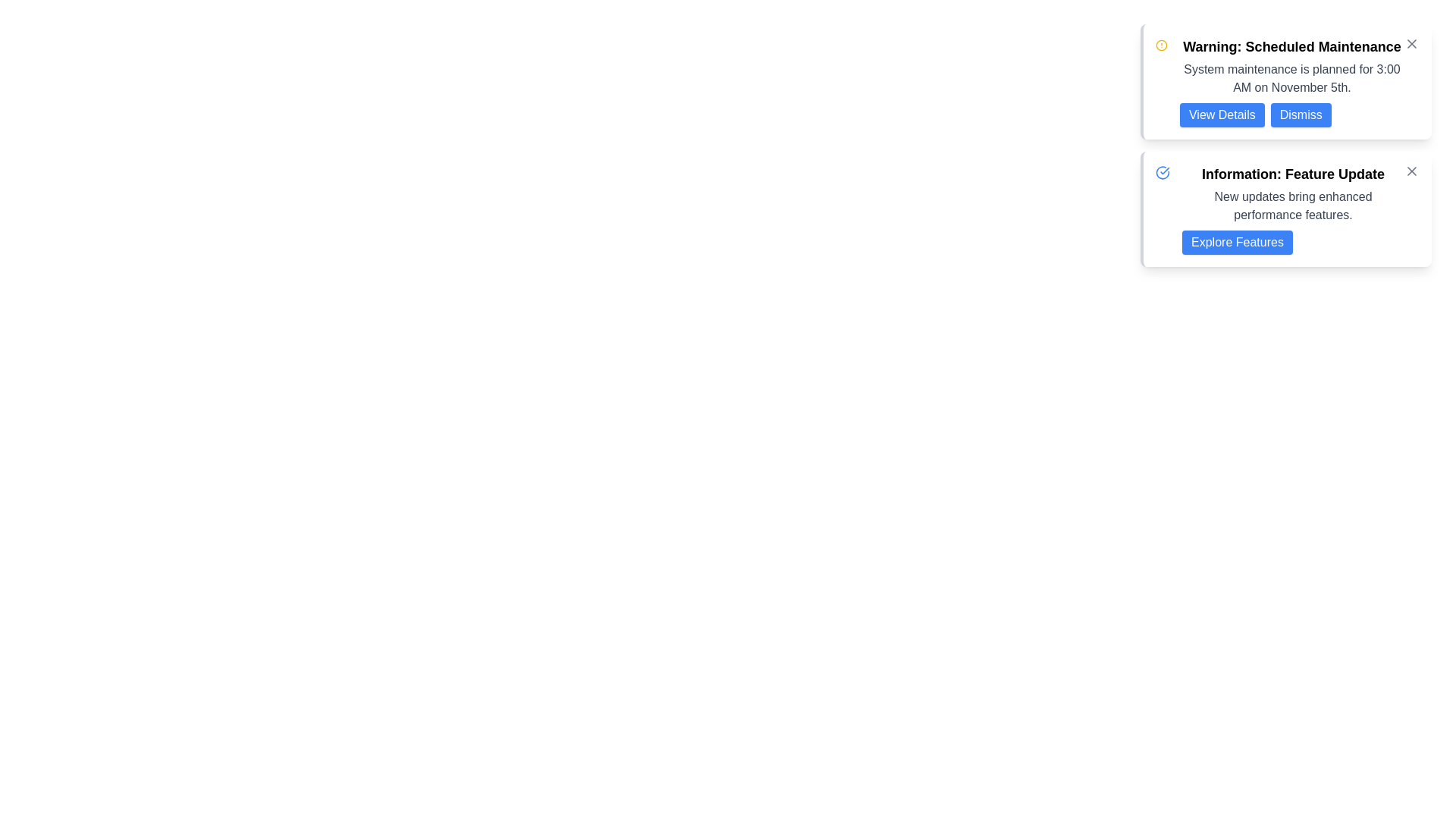 The width and height of the screenshot is (1456, 819). I want to click on the Close button located at the top-right corner of the 'Information: Feature Update' message box, so click(1411, 171).